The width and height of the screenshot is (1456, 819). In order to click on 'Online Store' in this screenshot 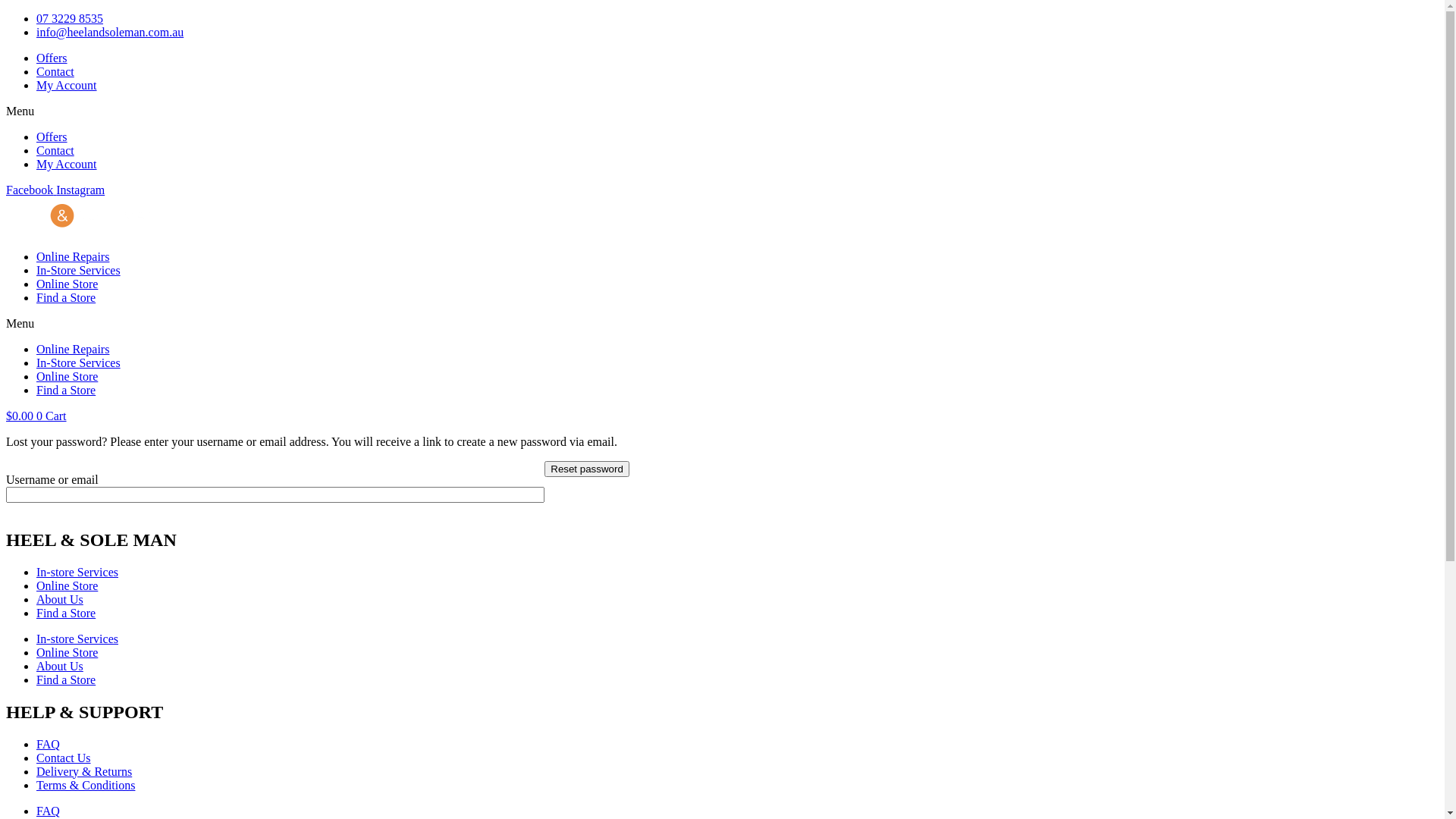, I will do `click(66, 585)`.